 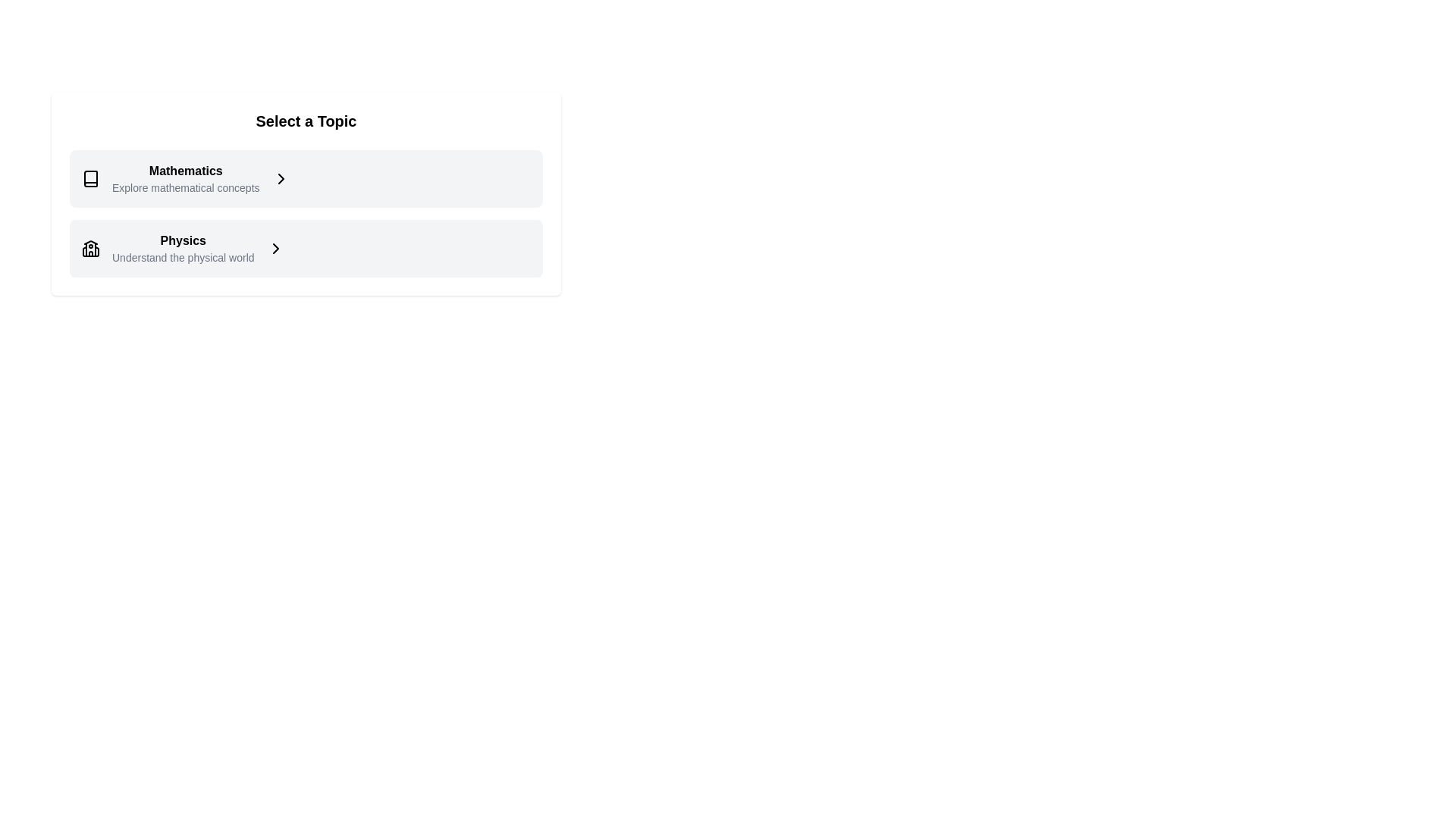 What do you see at coordinates (275, 247) in the screenshot?
I see `the navigation icon located to the right of the 'Physics' option in the sub-menu to proceed to the next step` at bounding box center [275, 247].